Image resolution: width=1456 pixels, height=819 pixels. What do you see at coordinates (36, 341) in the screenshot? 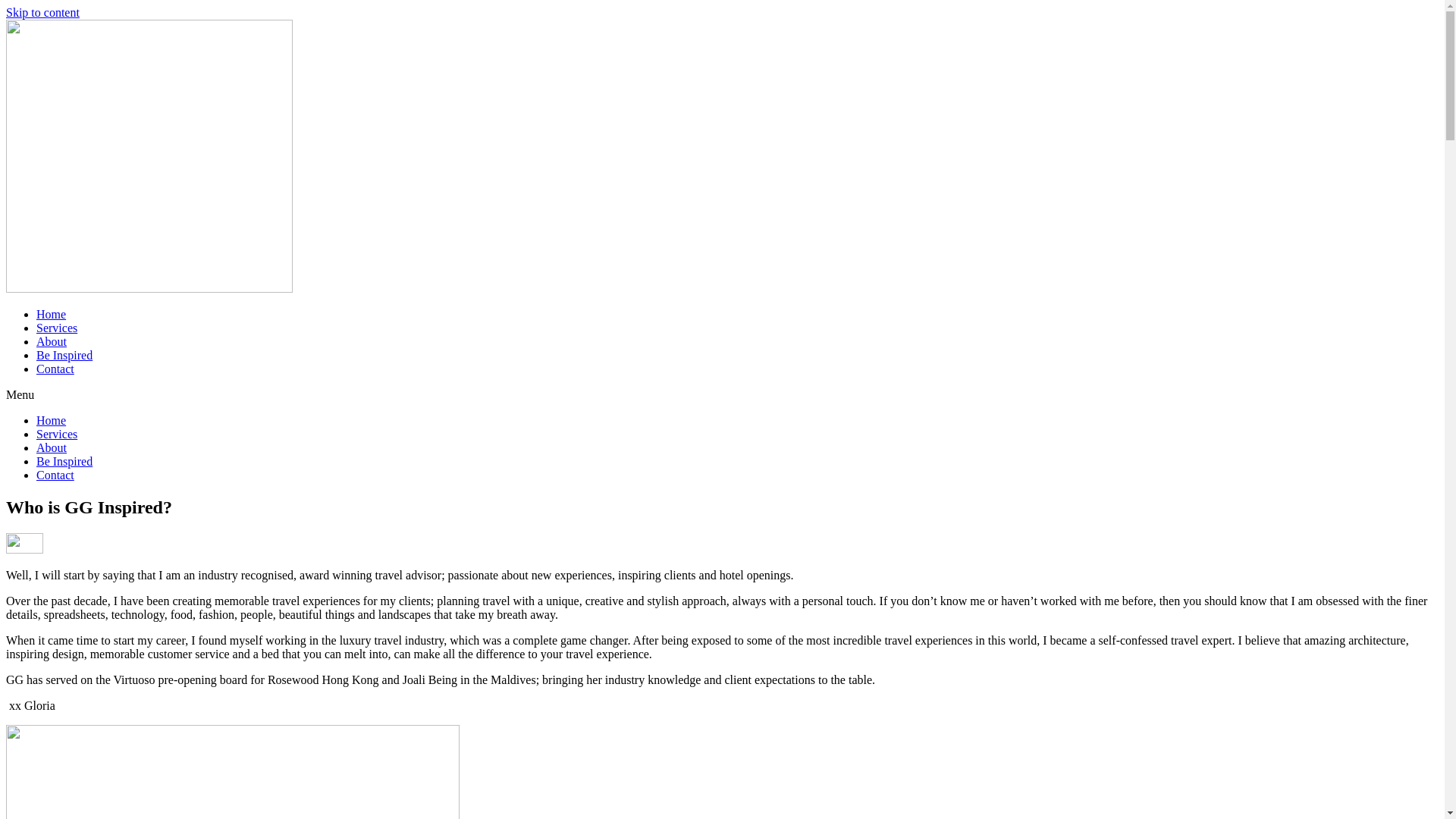
I see `'About'` at bounding box center [36, 341].